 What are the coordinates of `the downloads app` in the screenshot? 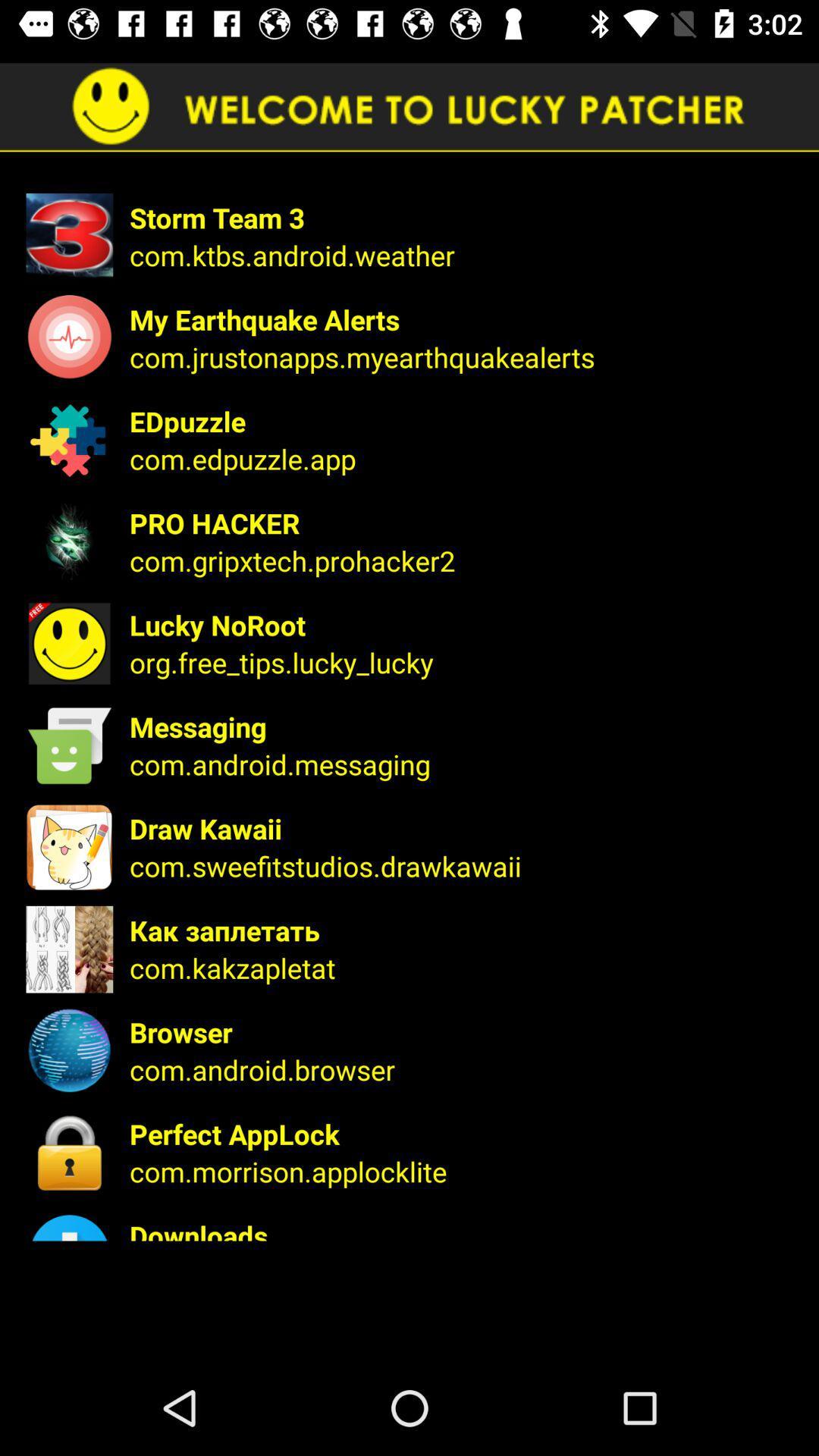 It's located at (463, 1228).